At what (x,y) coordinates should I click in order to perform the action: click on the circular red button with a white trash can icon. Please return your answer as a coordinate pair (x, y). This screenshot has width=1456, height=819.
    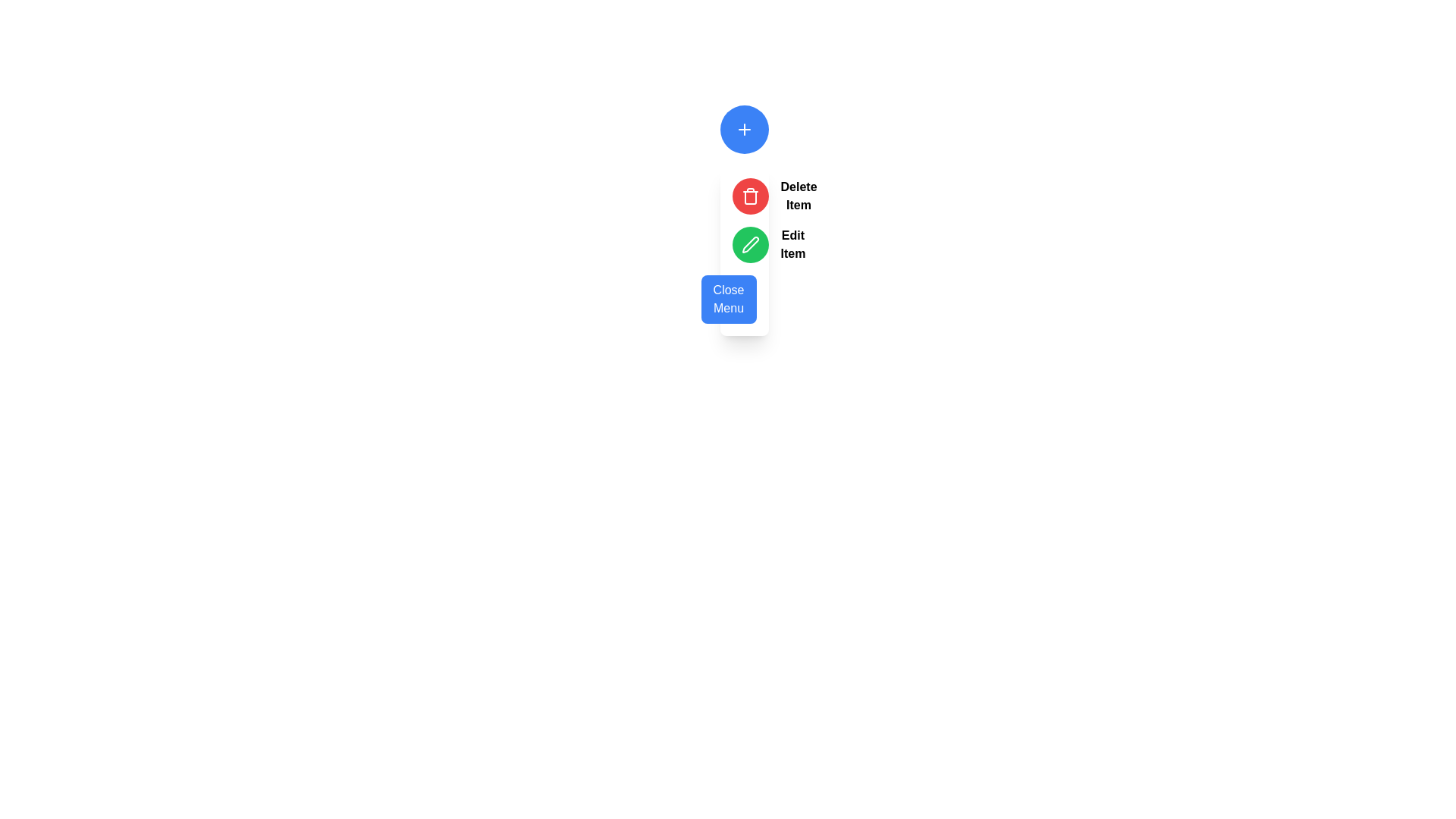
    Looking at the image, I should click on (750, 195).